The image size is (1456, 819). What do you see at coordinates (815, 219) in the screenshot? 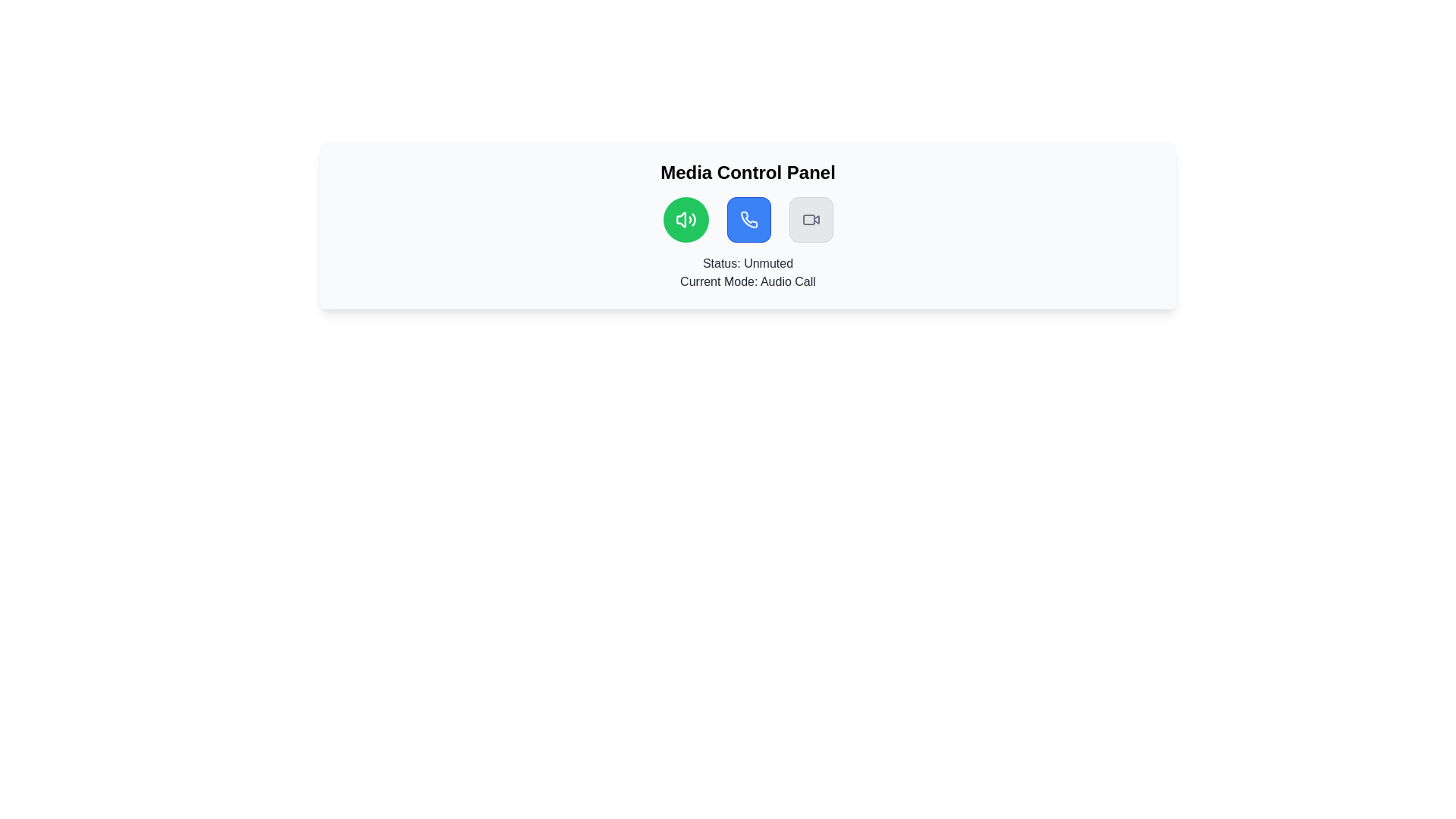
I see `the icon detail within the video button, which is the third button from the left in the media control panel, located to the right of the green audio icon and the blue call icon` at bounding box center [815, 219].